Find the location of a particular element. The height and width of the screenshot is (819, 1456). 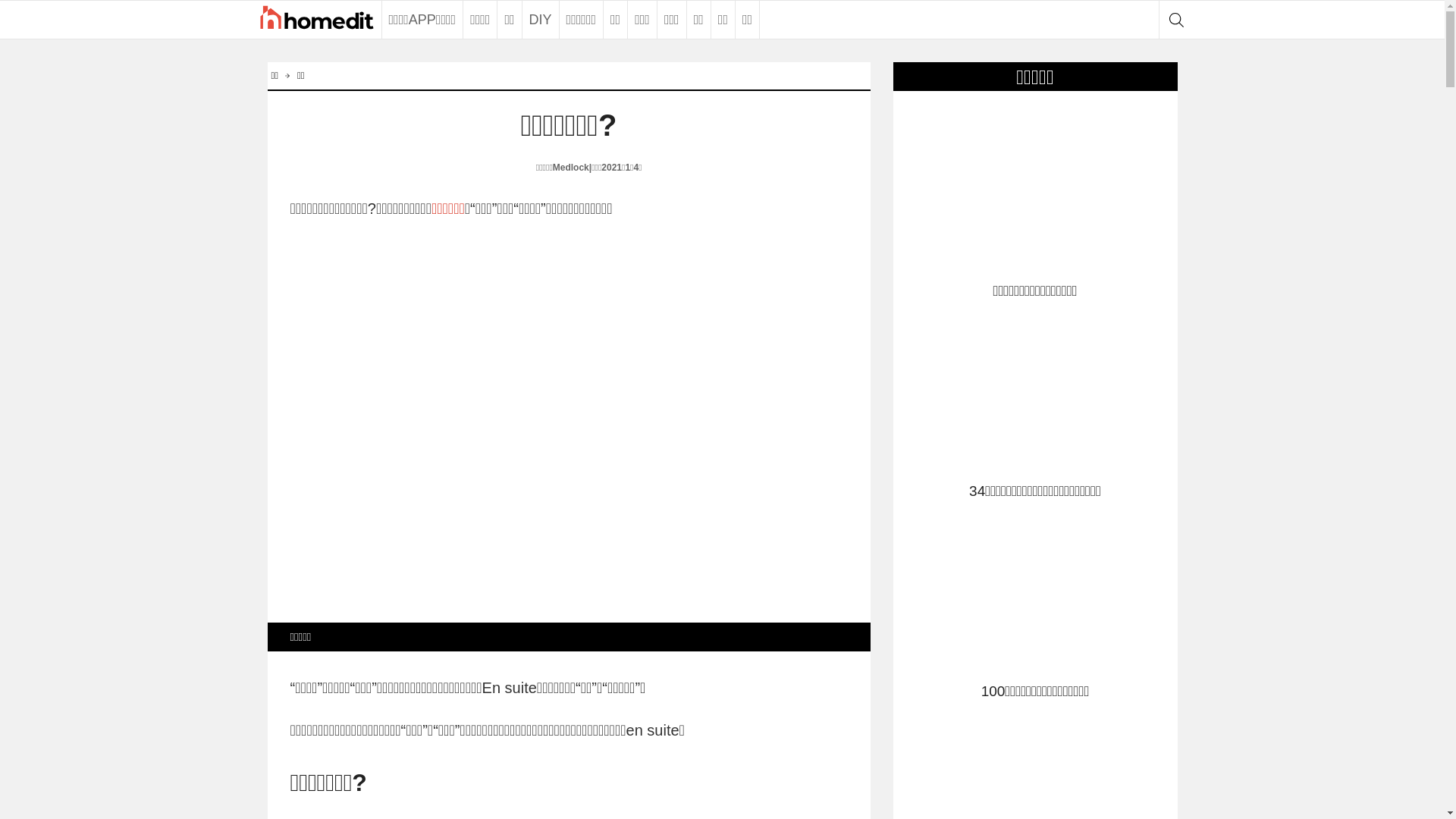

'Emily Medlock' is located at coordinates (510, 168).